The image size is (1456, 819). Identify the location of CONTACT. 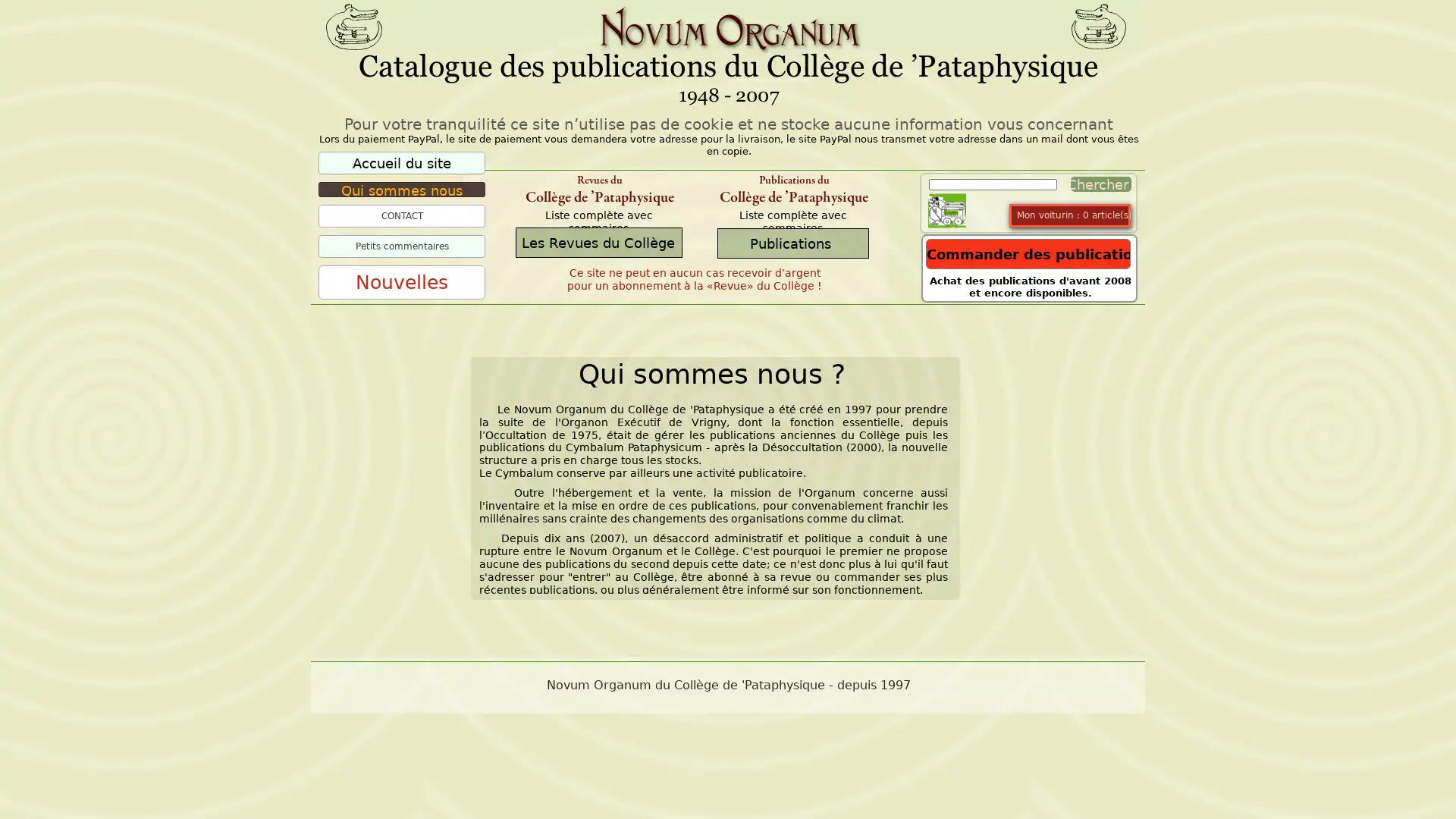
(401, 216).